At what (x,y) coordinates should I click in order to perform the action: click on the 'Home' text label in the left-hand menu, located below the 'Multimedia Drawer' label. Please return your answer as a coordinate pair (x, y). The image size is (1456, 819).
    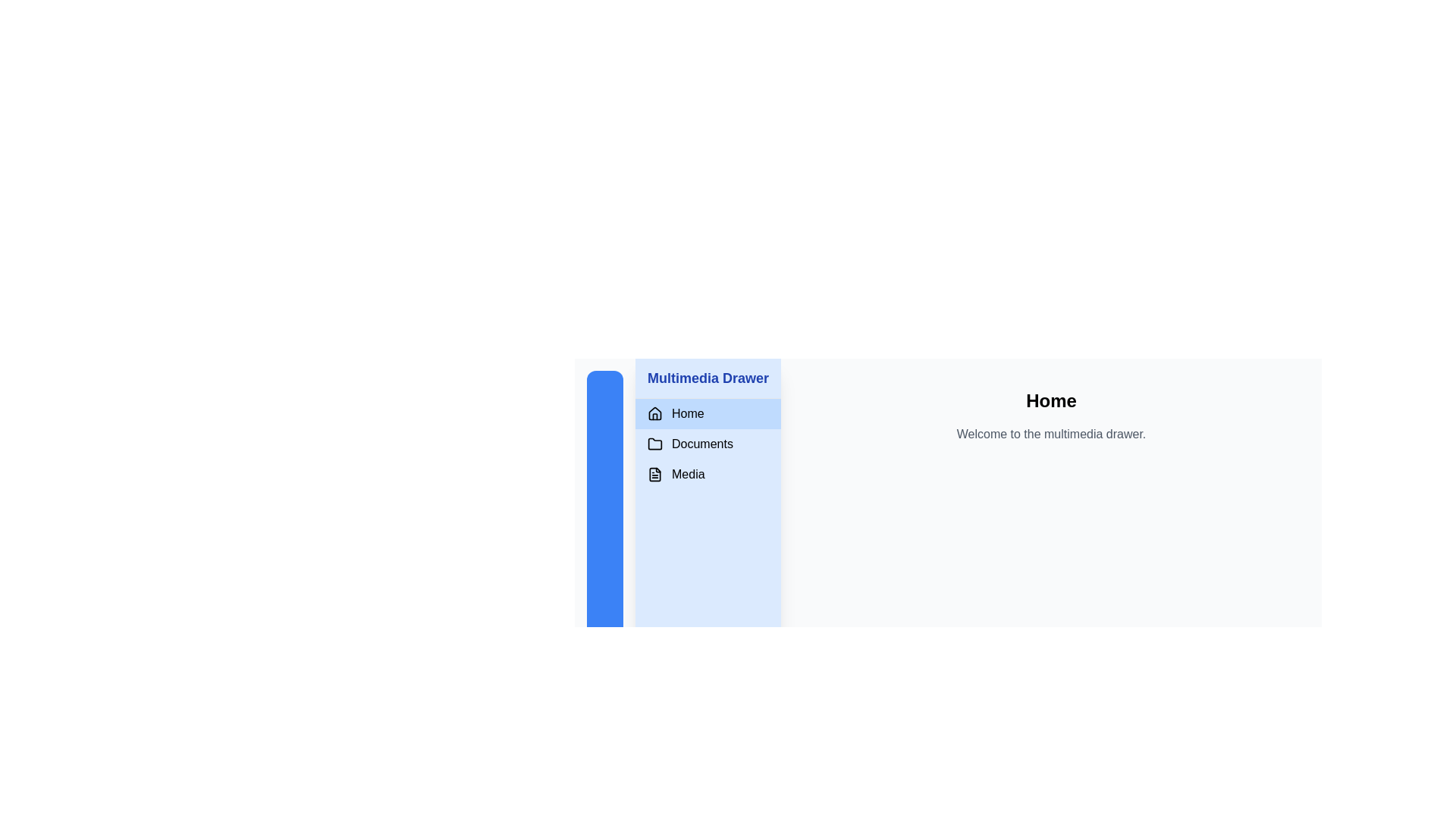
    Looking at the image, I should click on (687, 414).